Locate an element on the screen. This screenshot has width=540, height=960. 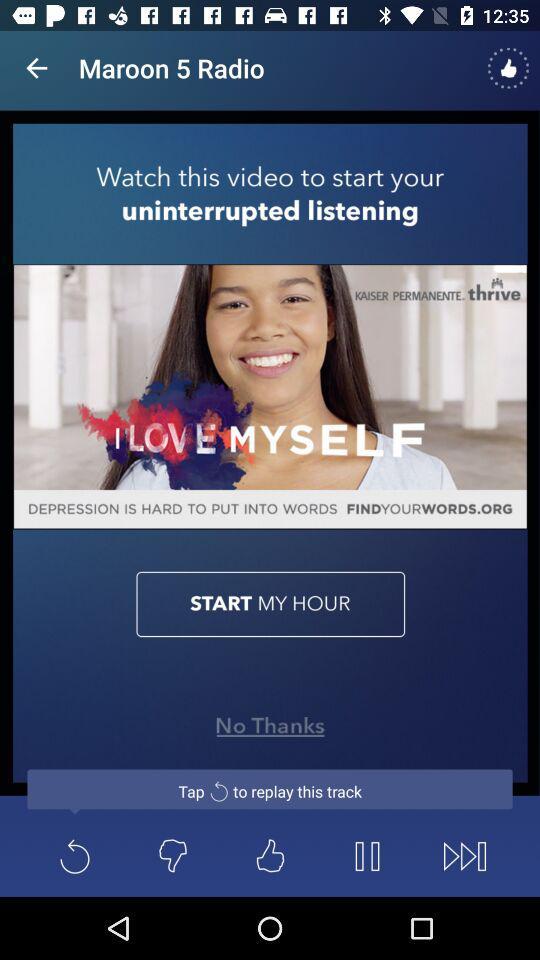
the skip_next icon is located at coordinates (464, 855).